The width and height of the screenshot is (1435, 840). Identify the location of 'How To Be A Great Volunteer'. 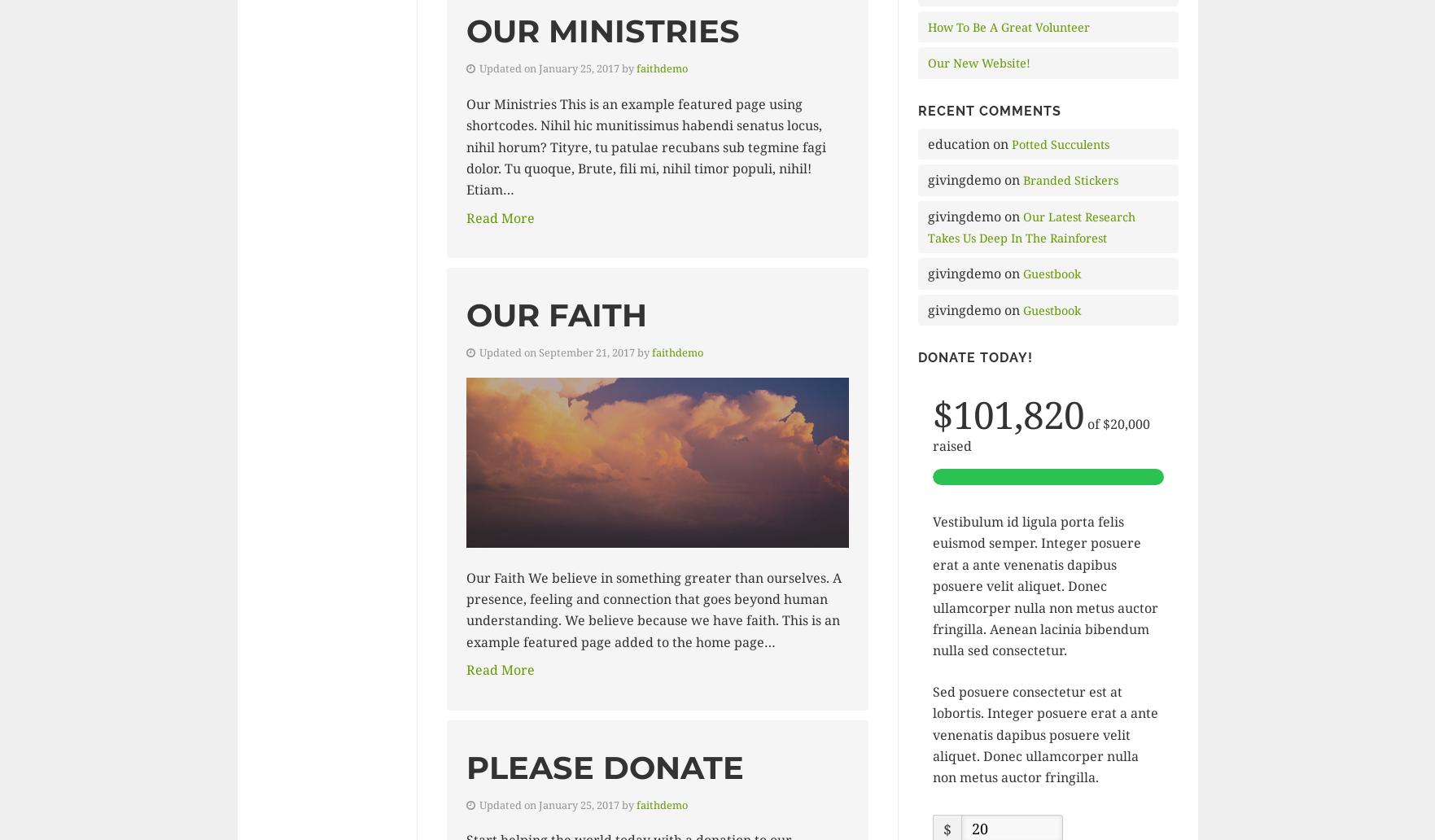
(1007, 26).